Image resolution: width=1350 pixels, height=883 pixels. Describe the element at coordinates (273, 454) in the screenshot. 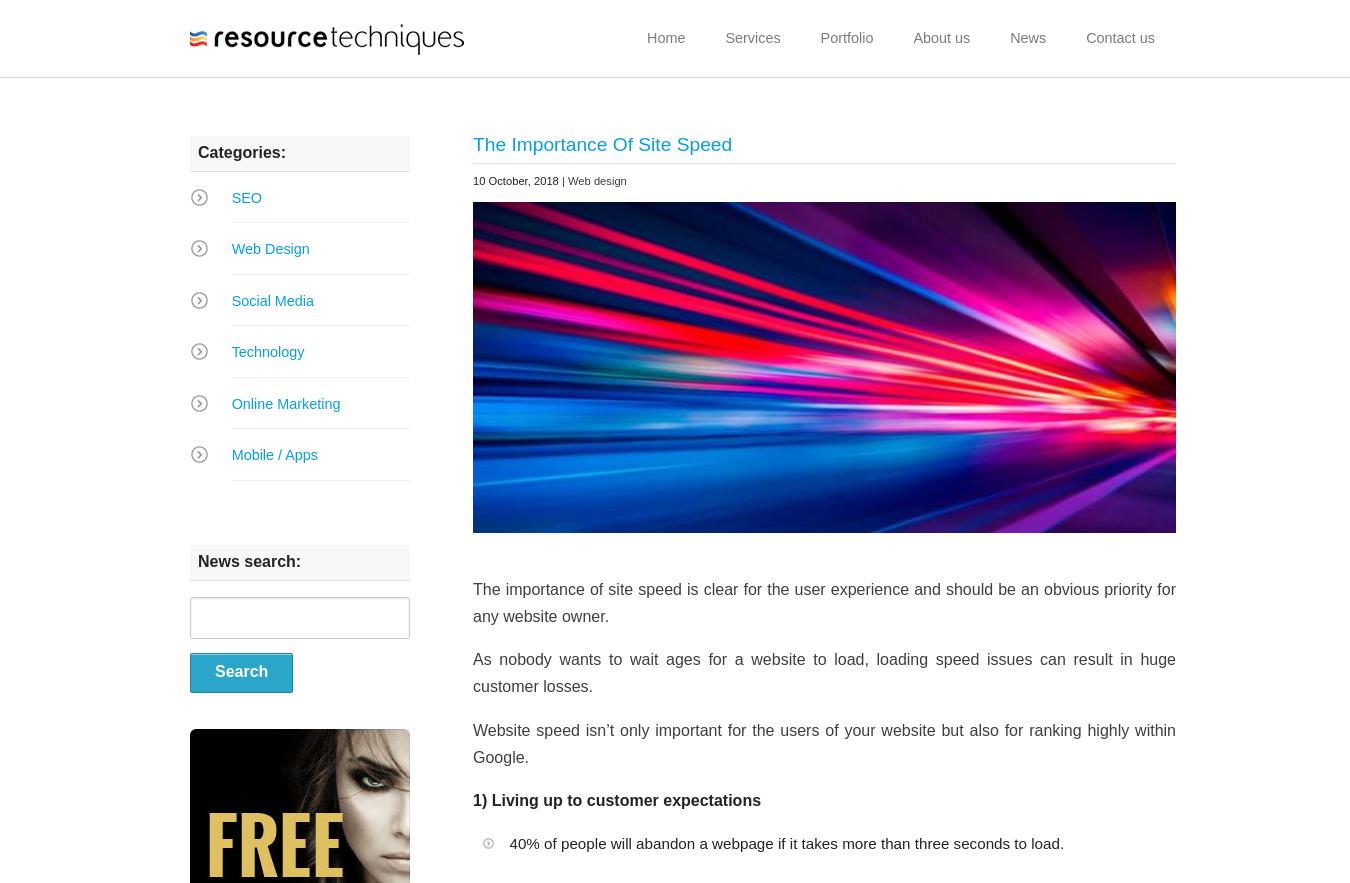

I see `'Mobile / Apps'` at that location.